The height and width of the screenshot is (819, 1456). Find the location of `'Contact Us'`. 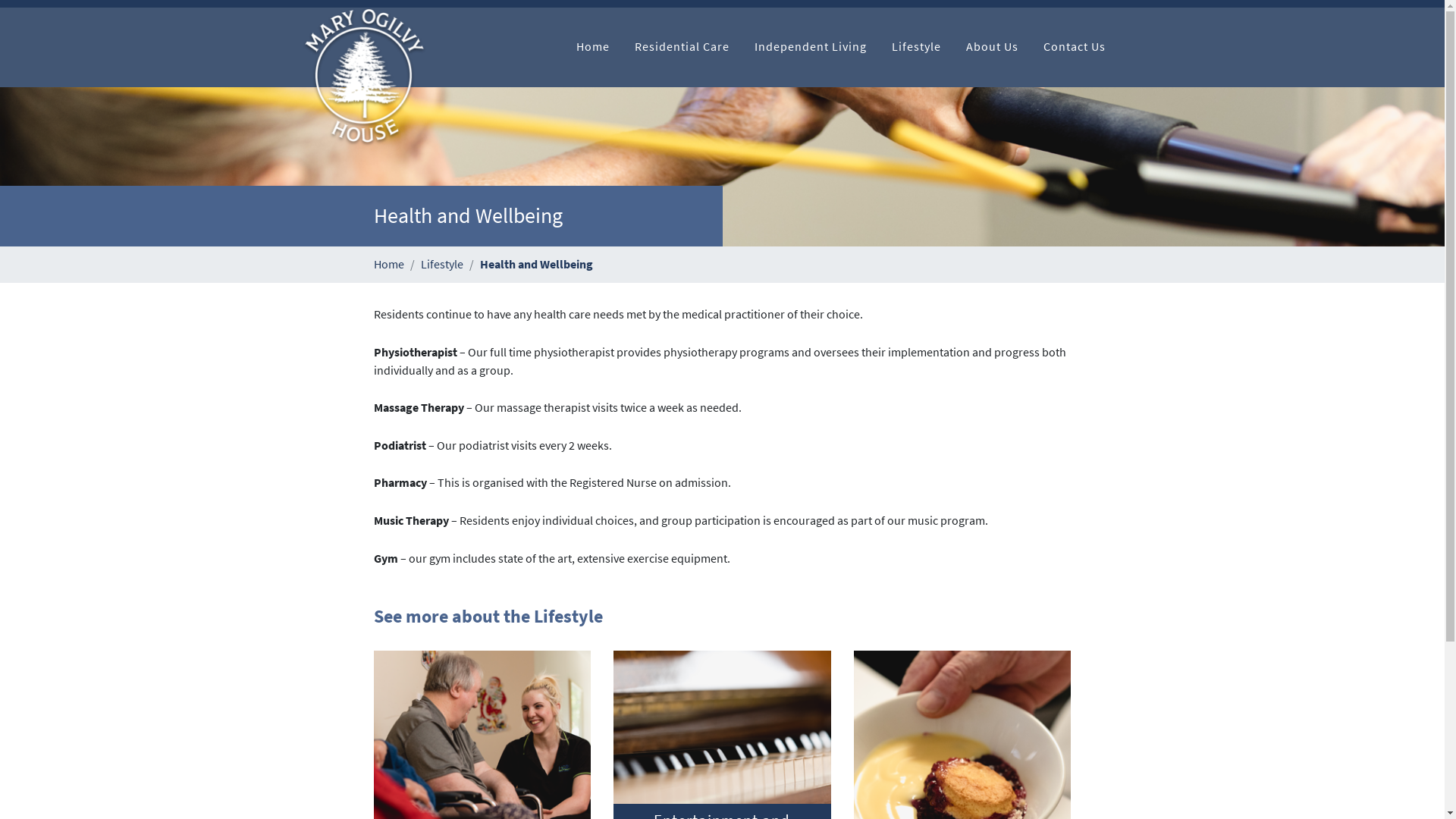

'Contact Us' is located at coordinates (1073, 45).